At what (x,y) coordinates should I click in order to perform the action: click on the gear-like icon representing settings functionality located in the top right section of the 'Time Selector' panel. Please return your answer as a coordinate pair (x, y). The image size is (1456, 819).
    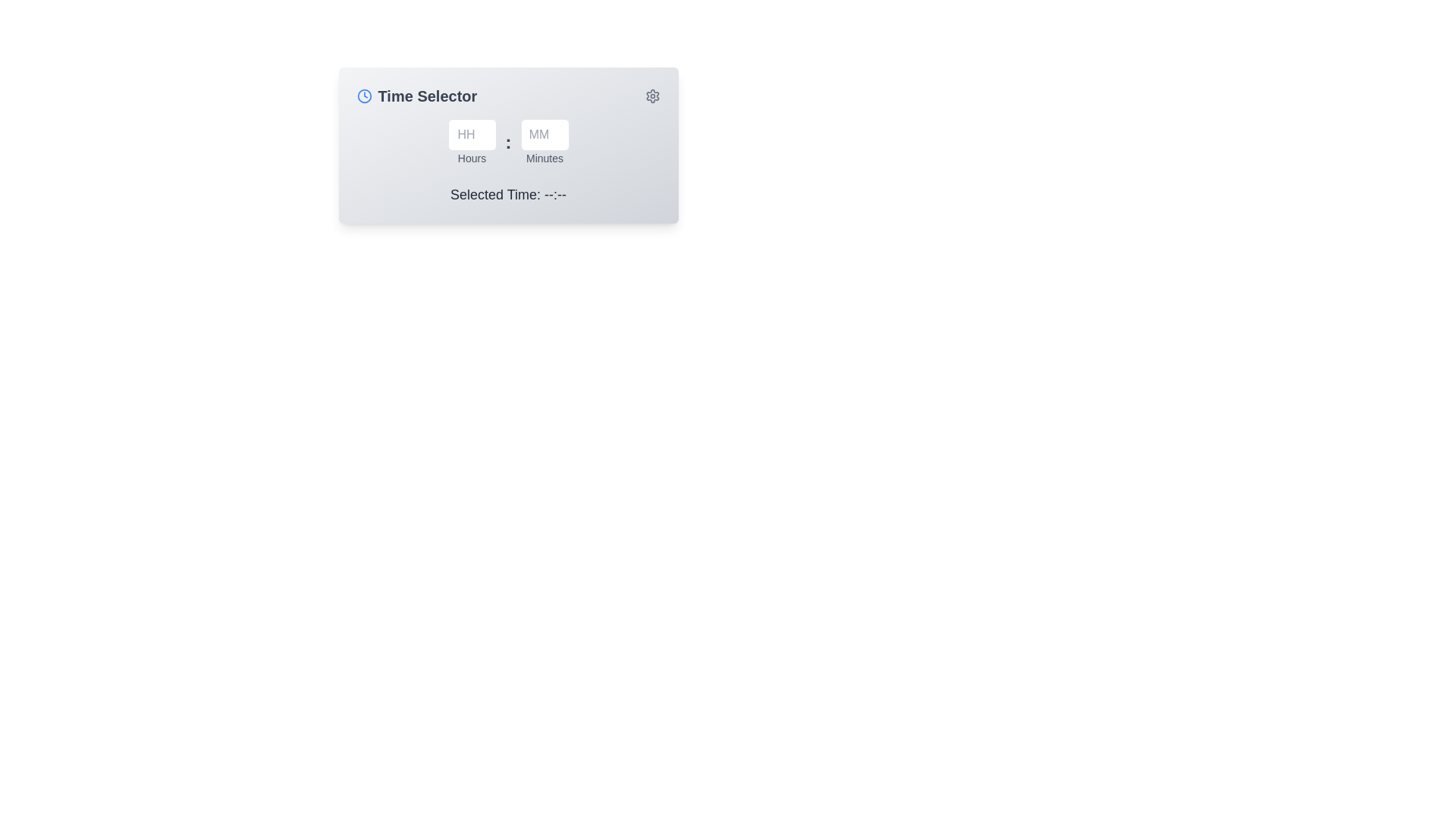
    Looking at the image, I should click on (652, 96).